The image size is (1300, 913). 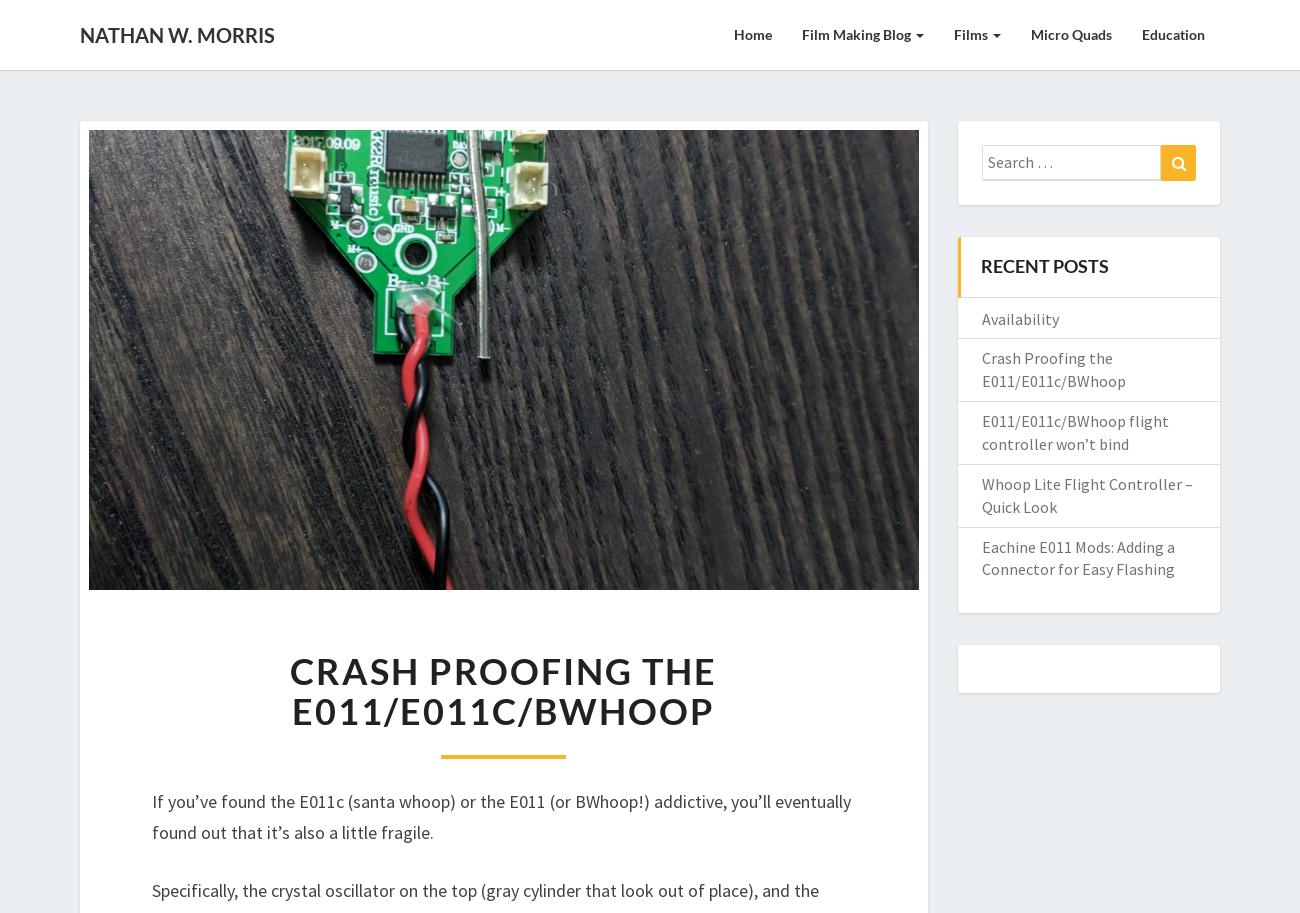 I want to click on 'Micro Quads', so click(x=1071, y=34).